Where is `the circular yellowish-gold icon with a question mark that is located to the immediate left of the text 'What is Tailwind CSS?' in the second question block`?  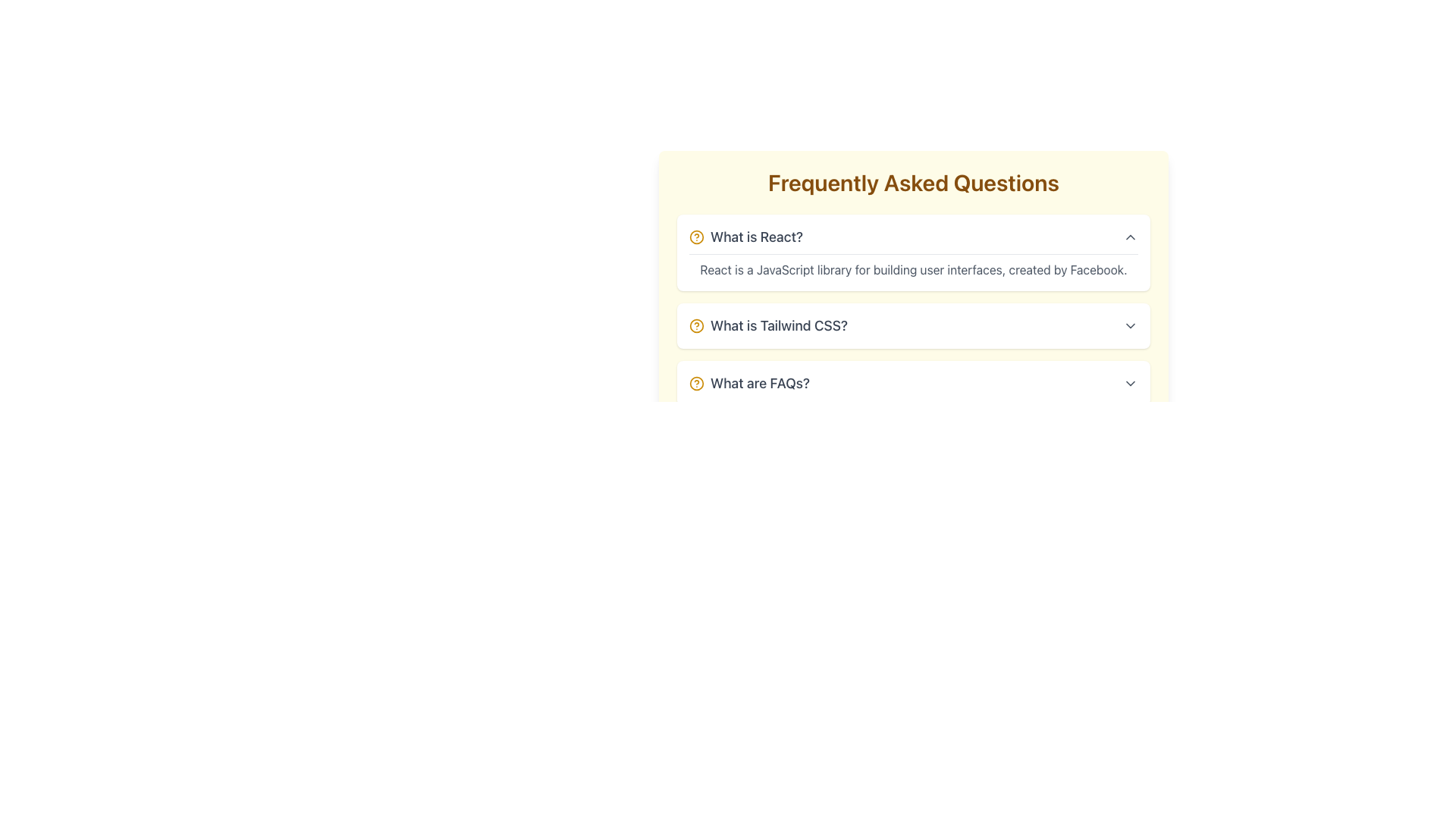
the circular yellowish-gold icon with a question mark that is located to the immediate left of the text 'What is Tailwind CSS?' in the second question block is located at coordinates (695, 325).